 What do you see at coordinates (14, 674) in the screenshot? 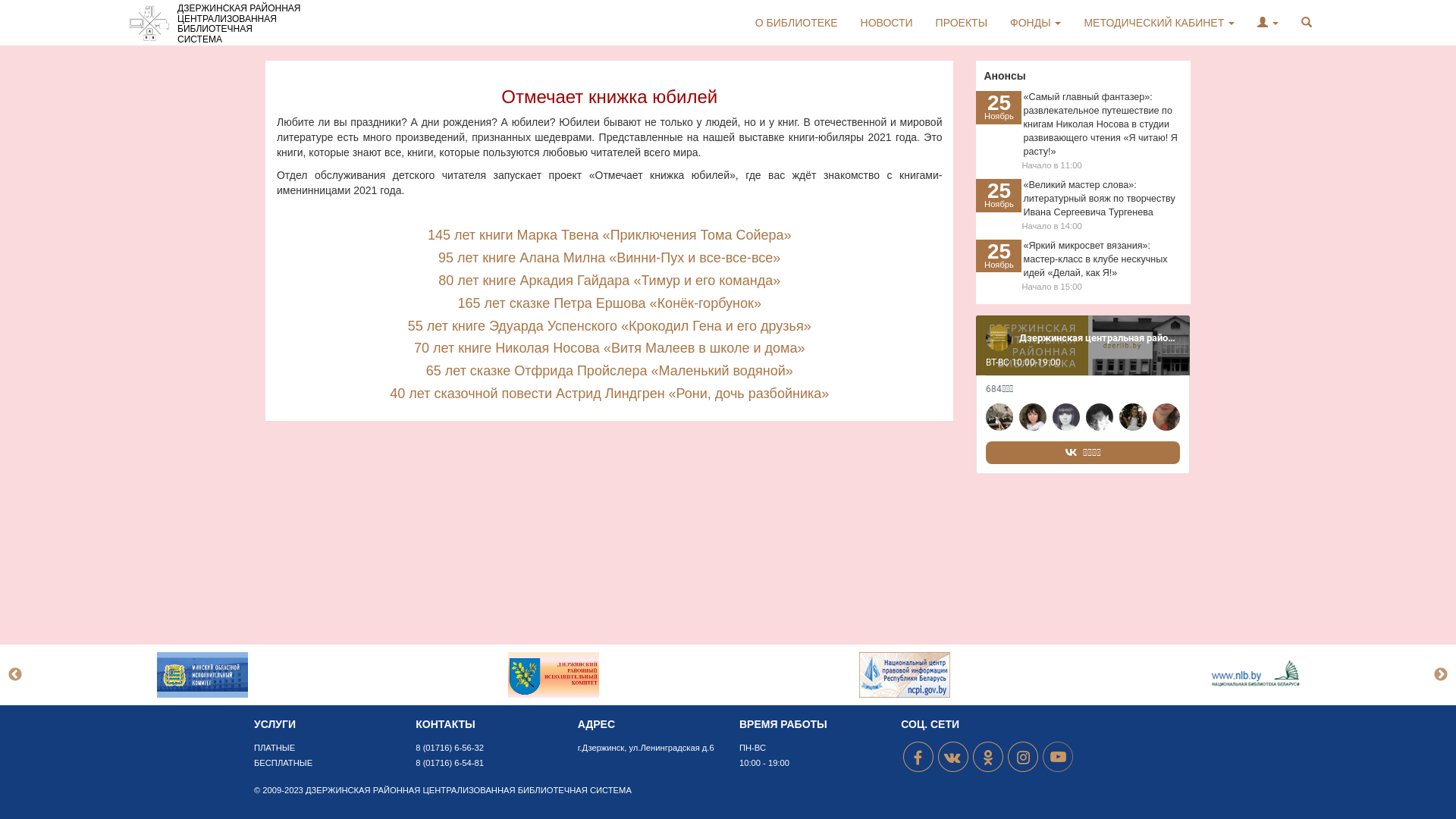
I see `'Previous'` at bounding box center [14, 674].